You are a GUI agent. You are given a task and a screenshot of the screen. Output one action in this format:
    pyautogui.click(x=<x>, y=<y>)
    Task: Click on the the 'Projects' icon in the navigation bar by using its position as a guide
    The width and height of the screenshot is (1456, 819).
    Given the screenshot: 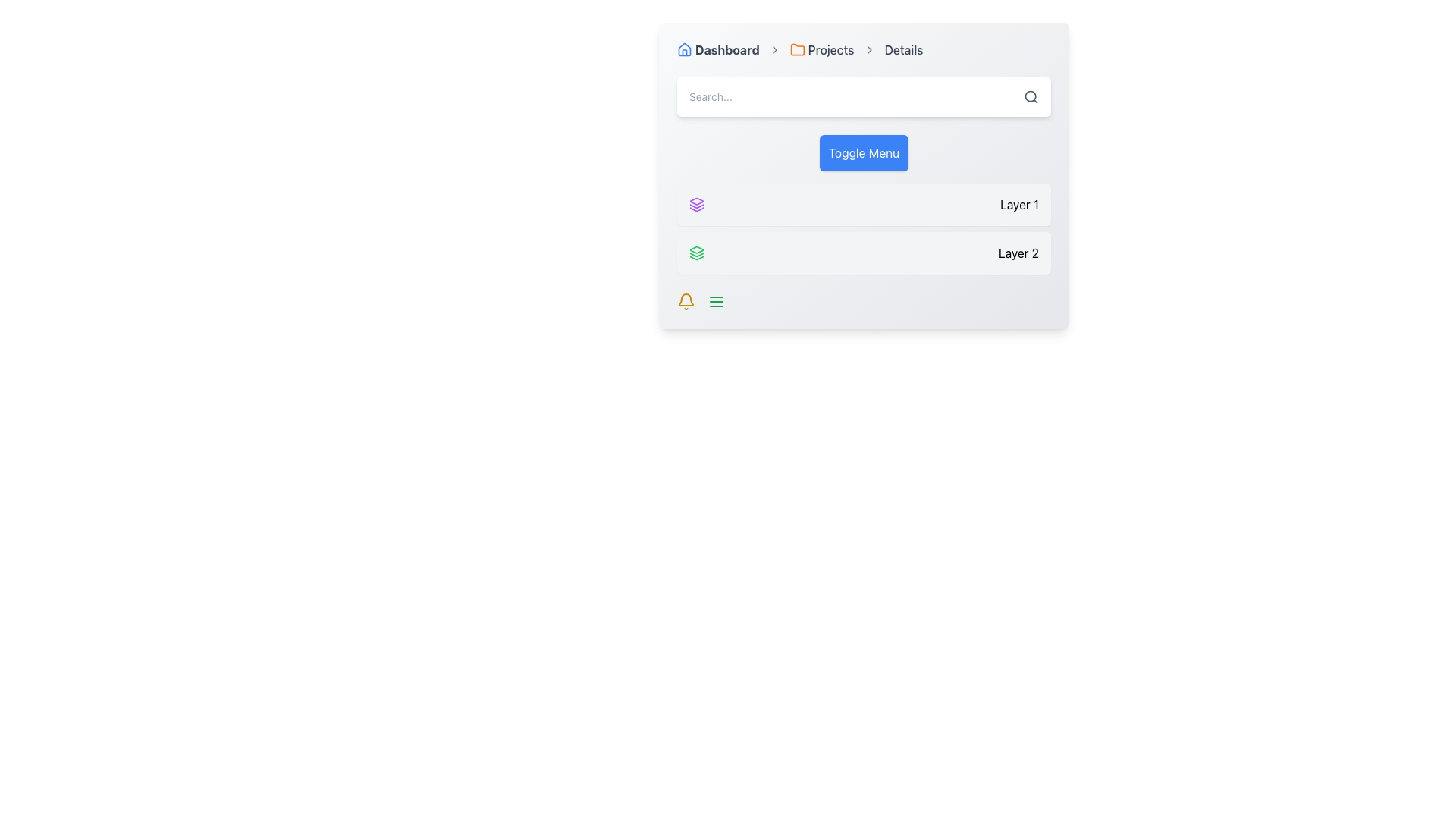 What is the action you would take?
    pyautogui.click(x=796, y=49)
    